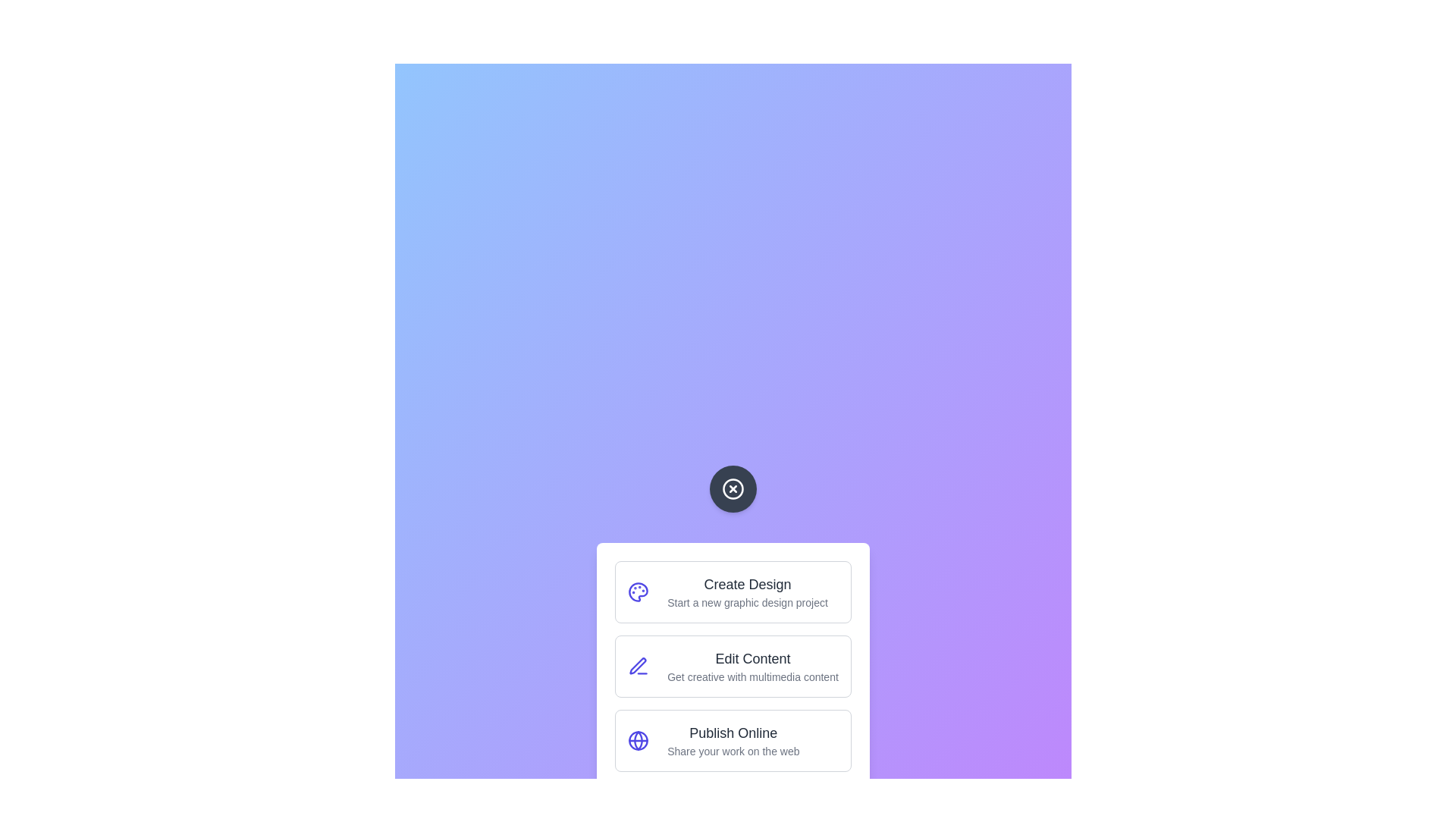 The height and width of the screenshot is (819, 1456). I want to click on button at the center of the screen to toggle the menu visibility, so click(733, 488).